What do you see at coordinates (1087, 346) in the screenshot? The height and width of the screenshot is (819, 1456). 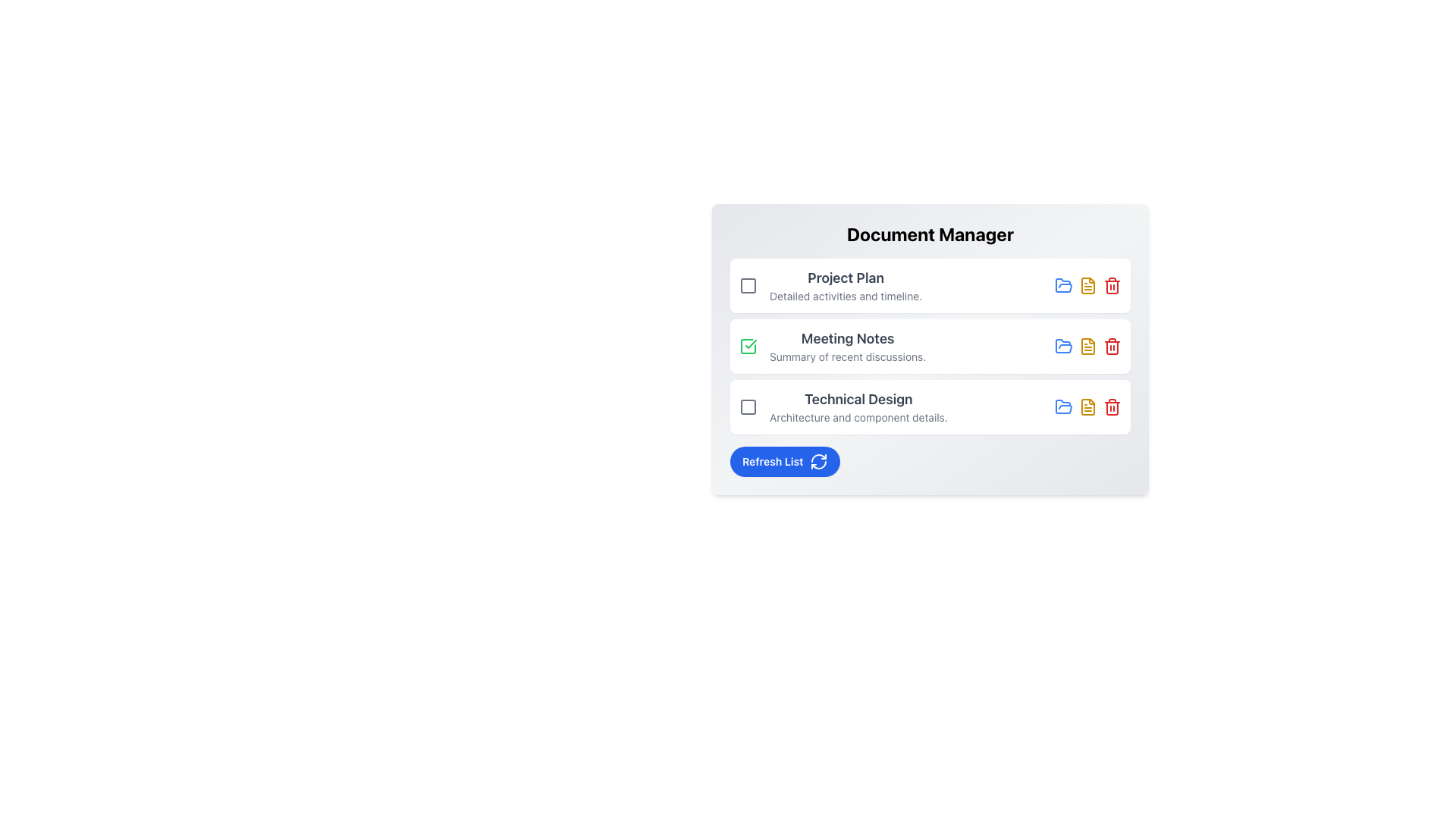 I see `the yellow file icon located to the right of the 'Meeting Notes' item in the list` at bounding box center [1087, 346].